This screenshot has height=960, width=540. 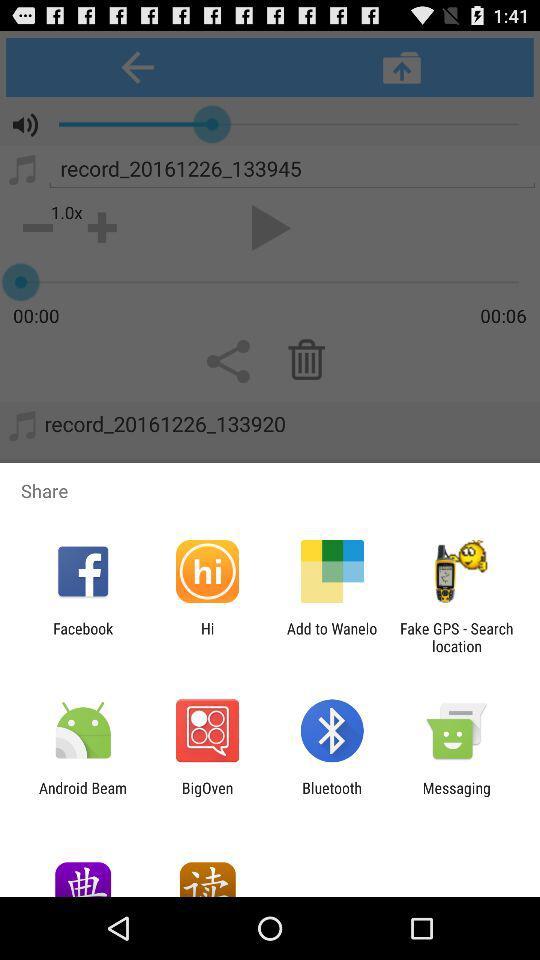 I want to click on messaging item, so click(x=456, y=796).